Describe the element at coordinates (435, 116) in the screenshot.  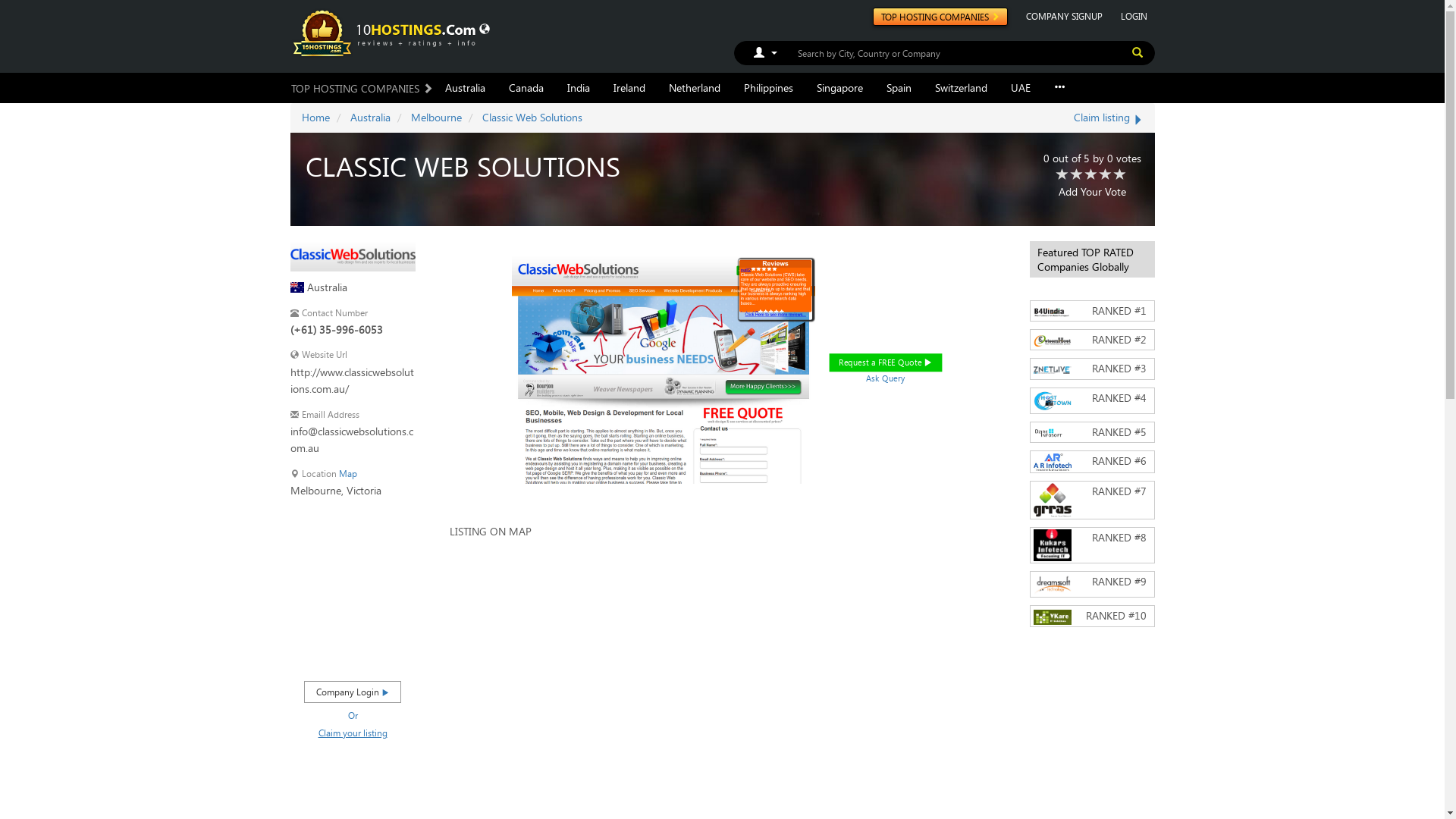
I see `'Melbourne'` at that location.